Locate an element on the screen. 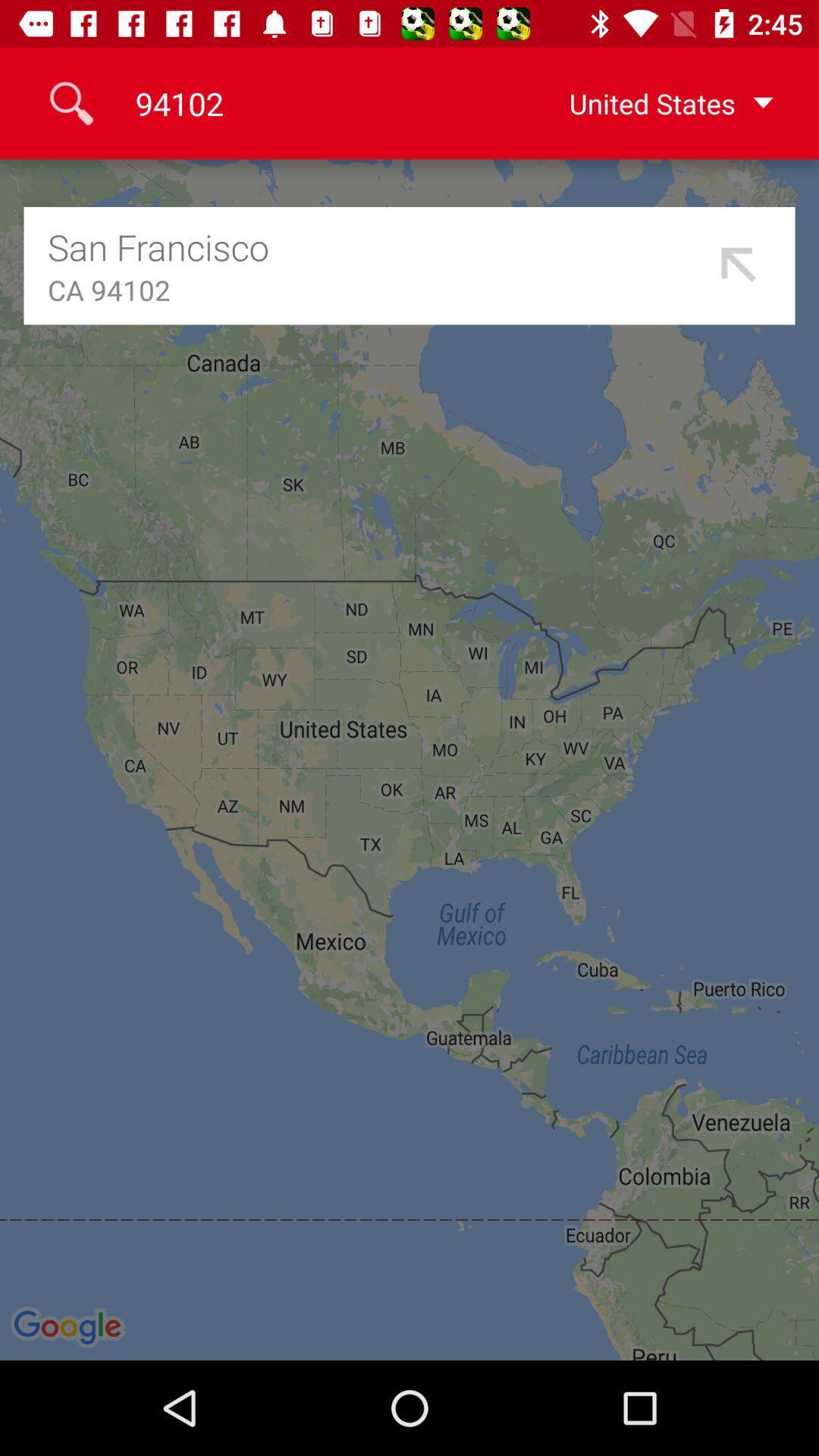  the item below united states is located at coordinates (739, 265).